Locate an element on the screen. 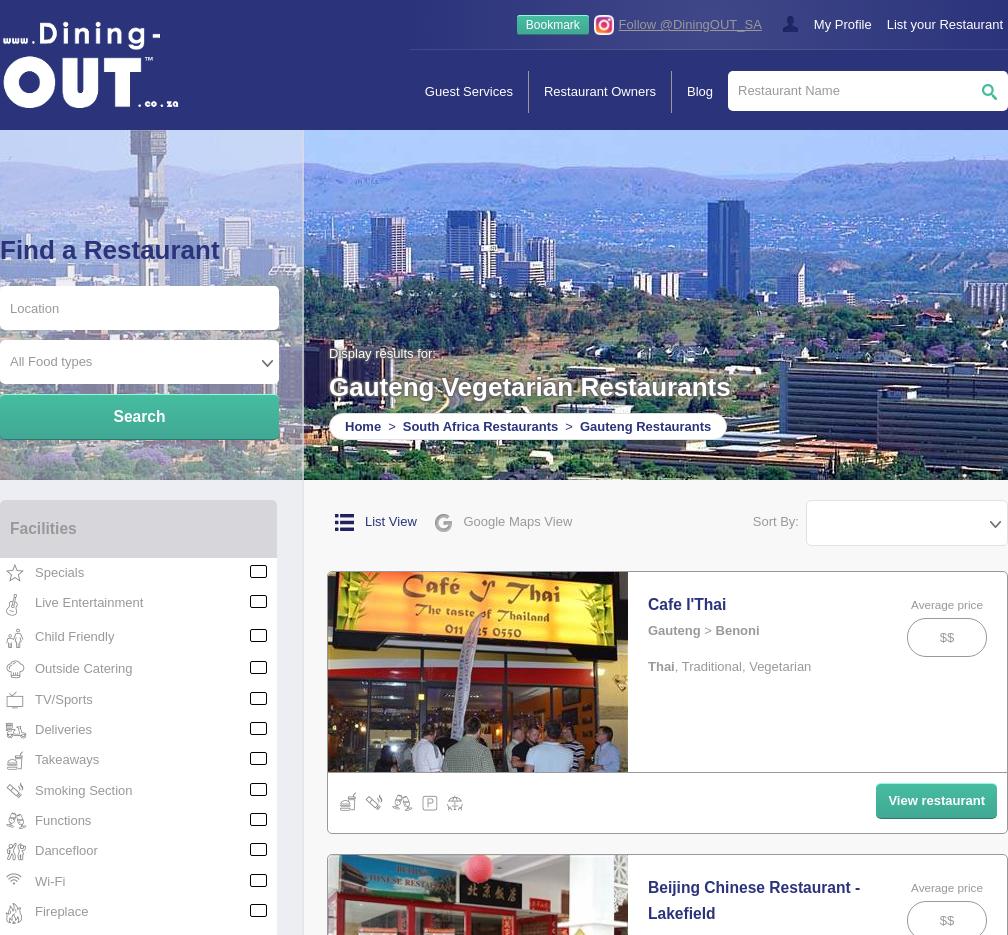 The width and height of the screenshot is (1008, 935). 'Beijing Chinese Restaurant - Lakefield' is located at coordinates (753, 900).